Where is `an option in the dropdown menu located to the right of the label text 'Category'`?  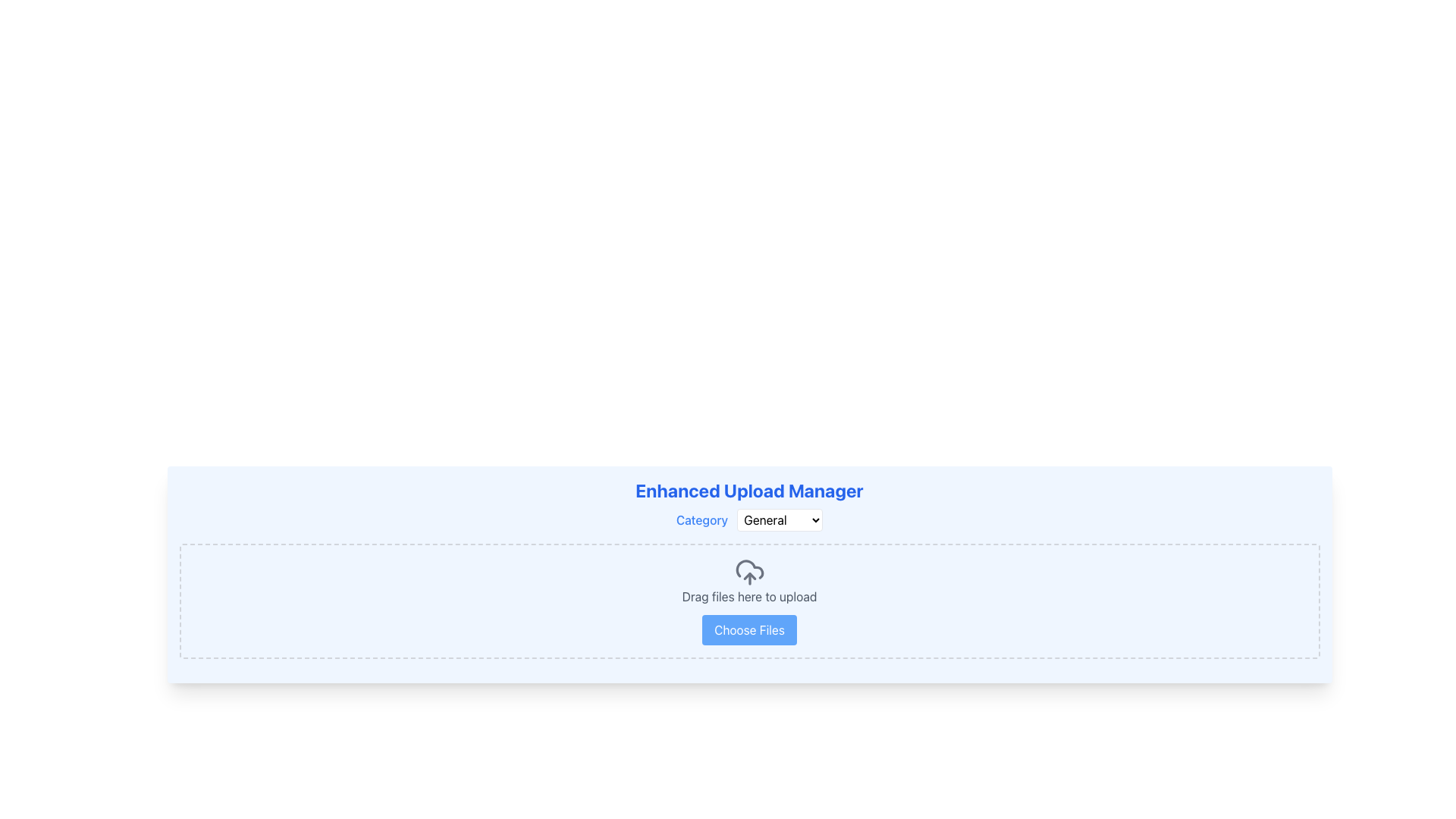
an option in the dropdown menu located to the right of the label text 'Category' is located at coordinates (780, 519).